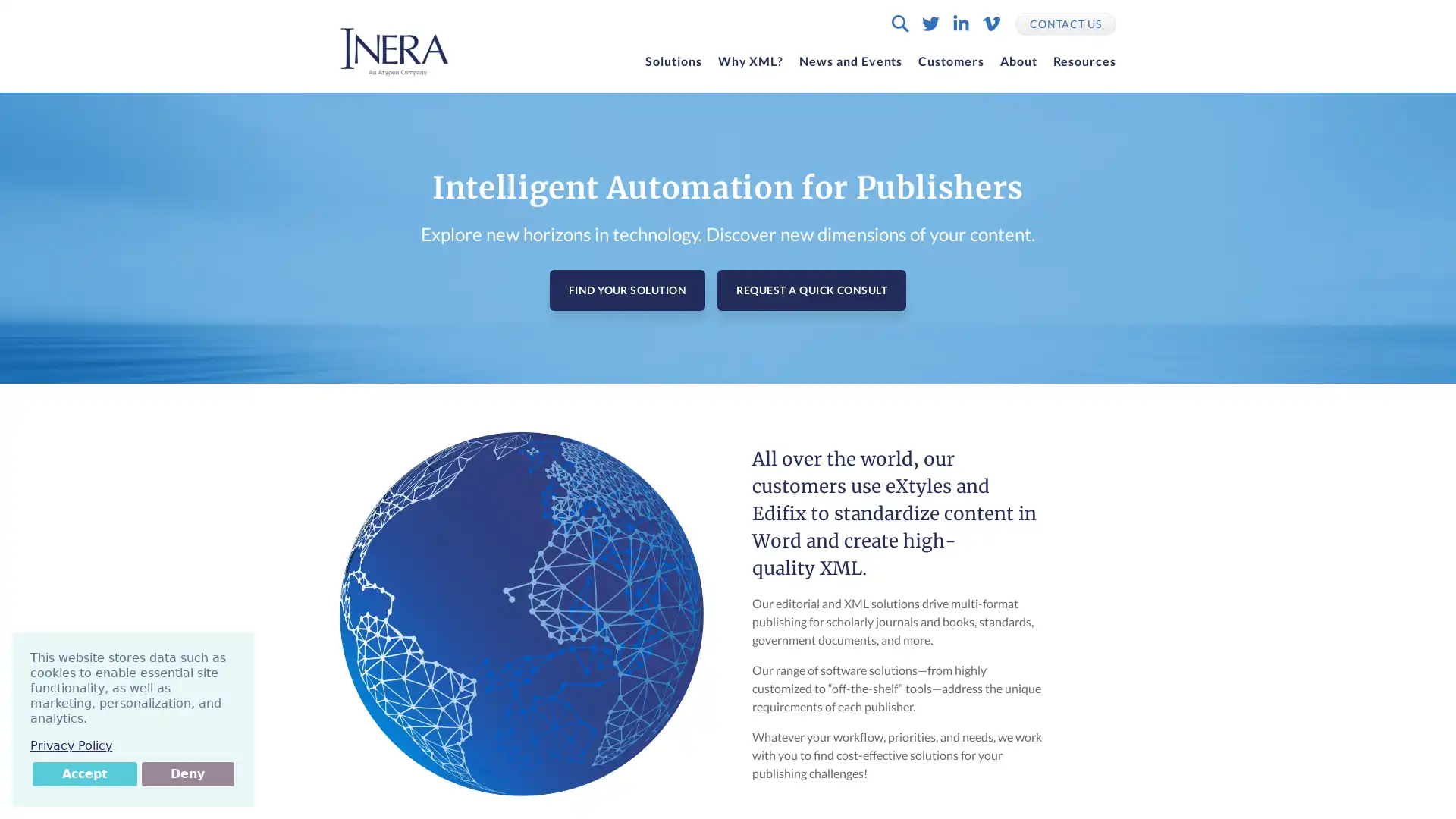 The image size is (1456, 819). I want to click on Deny, so click(187, 774).